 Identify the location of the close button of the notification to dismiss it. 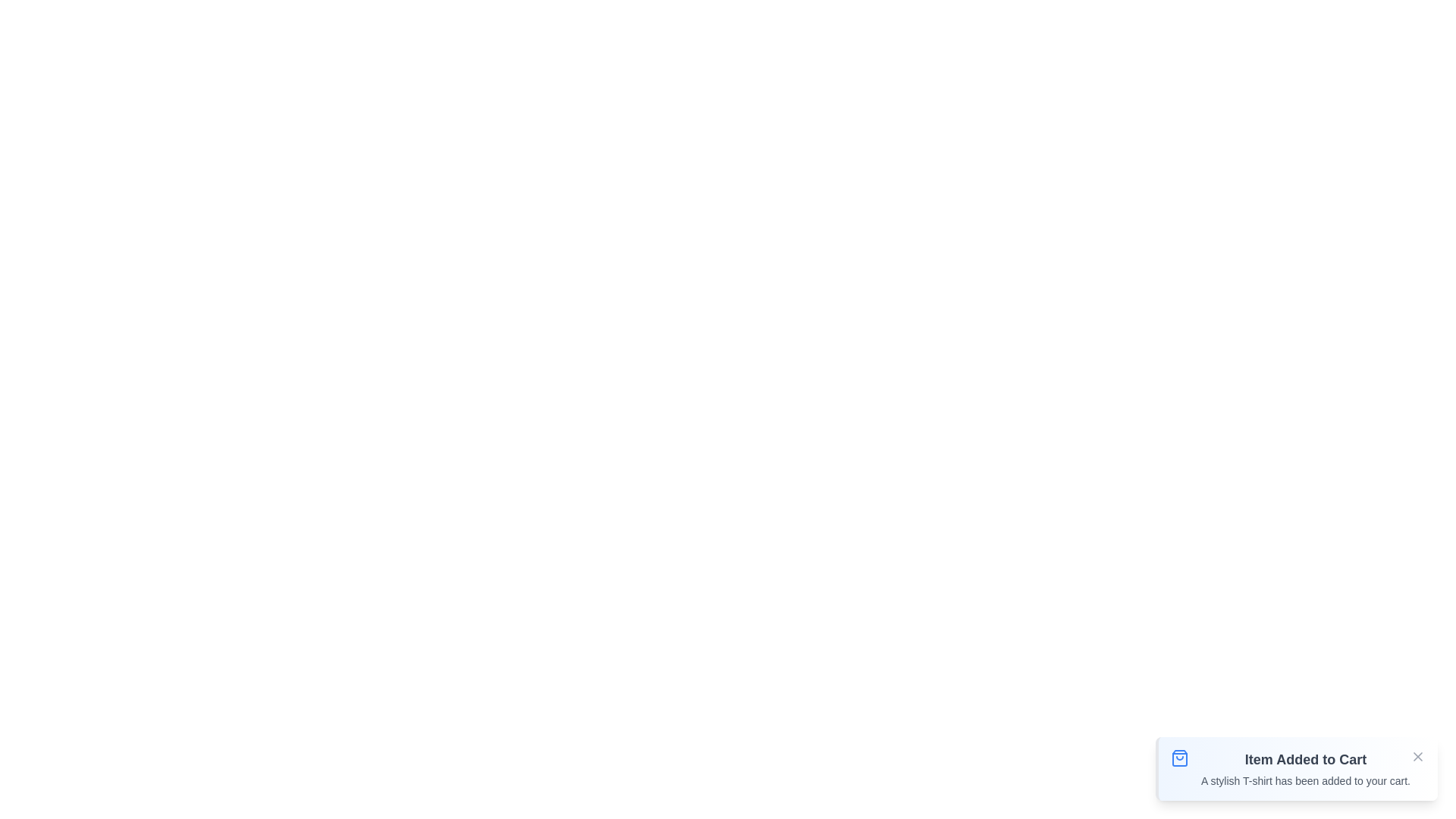
(1417, 757).